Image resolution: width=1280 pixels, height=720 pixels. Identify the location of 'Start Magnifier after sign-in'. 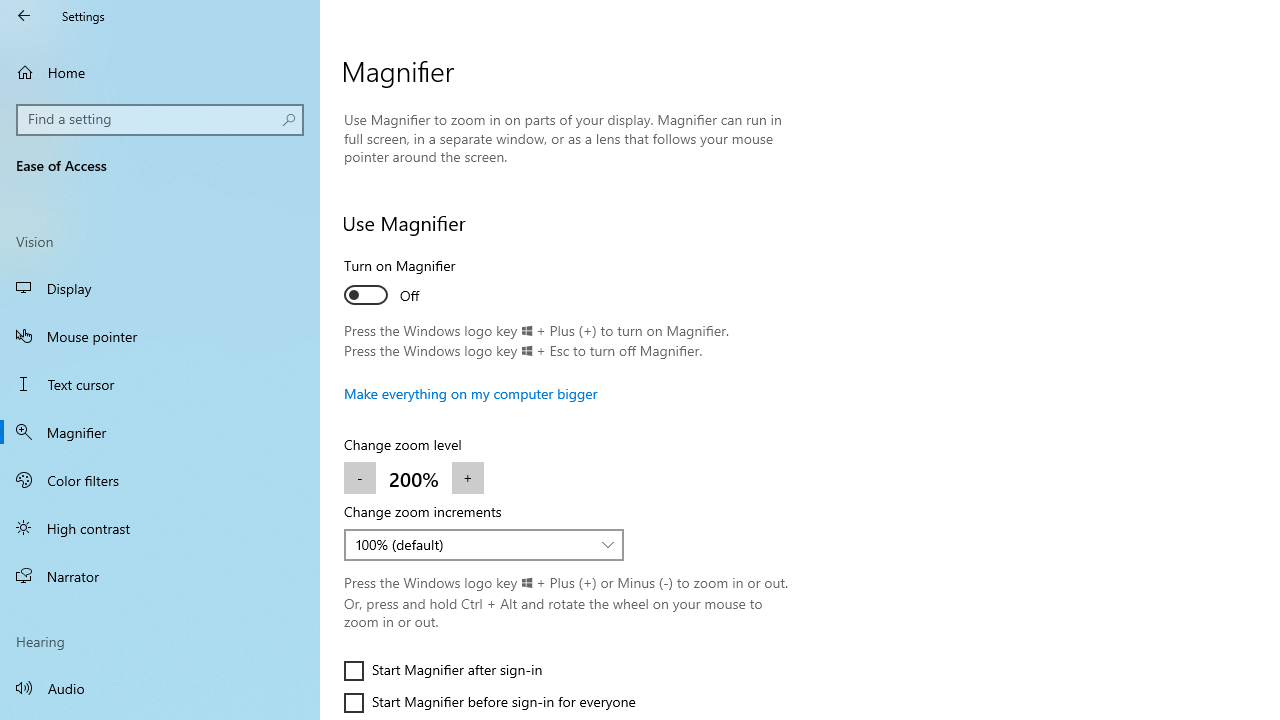
(442, 671).